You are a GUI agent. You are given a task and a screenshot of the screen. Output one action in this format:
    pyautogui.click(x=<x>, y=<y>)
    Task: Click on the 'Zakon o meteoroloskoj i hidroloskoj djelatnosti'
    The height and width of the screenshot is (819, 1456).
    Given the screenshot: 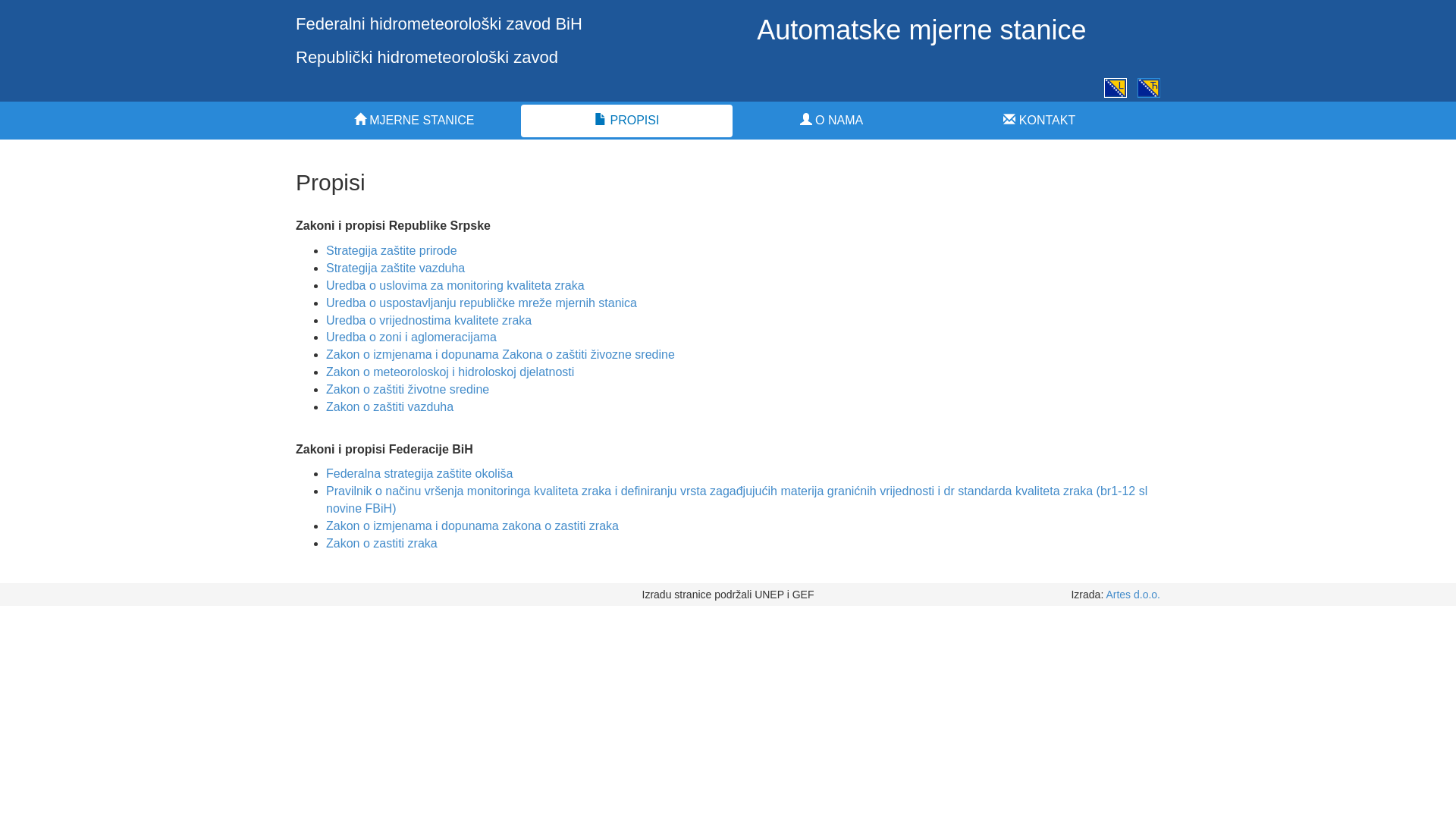 What is the action you would take?
    pyautogui.click(x=449, y=372)
    